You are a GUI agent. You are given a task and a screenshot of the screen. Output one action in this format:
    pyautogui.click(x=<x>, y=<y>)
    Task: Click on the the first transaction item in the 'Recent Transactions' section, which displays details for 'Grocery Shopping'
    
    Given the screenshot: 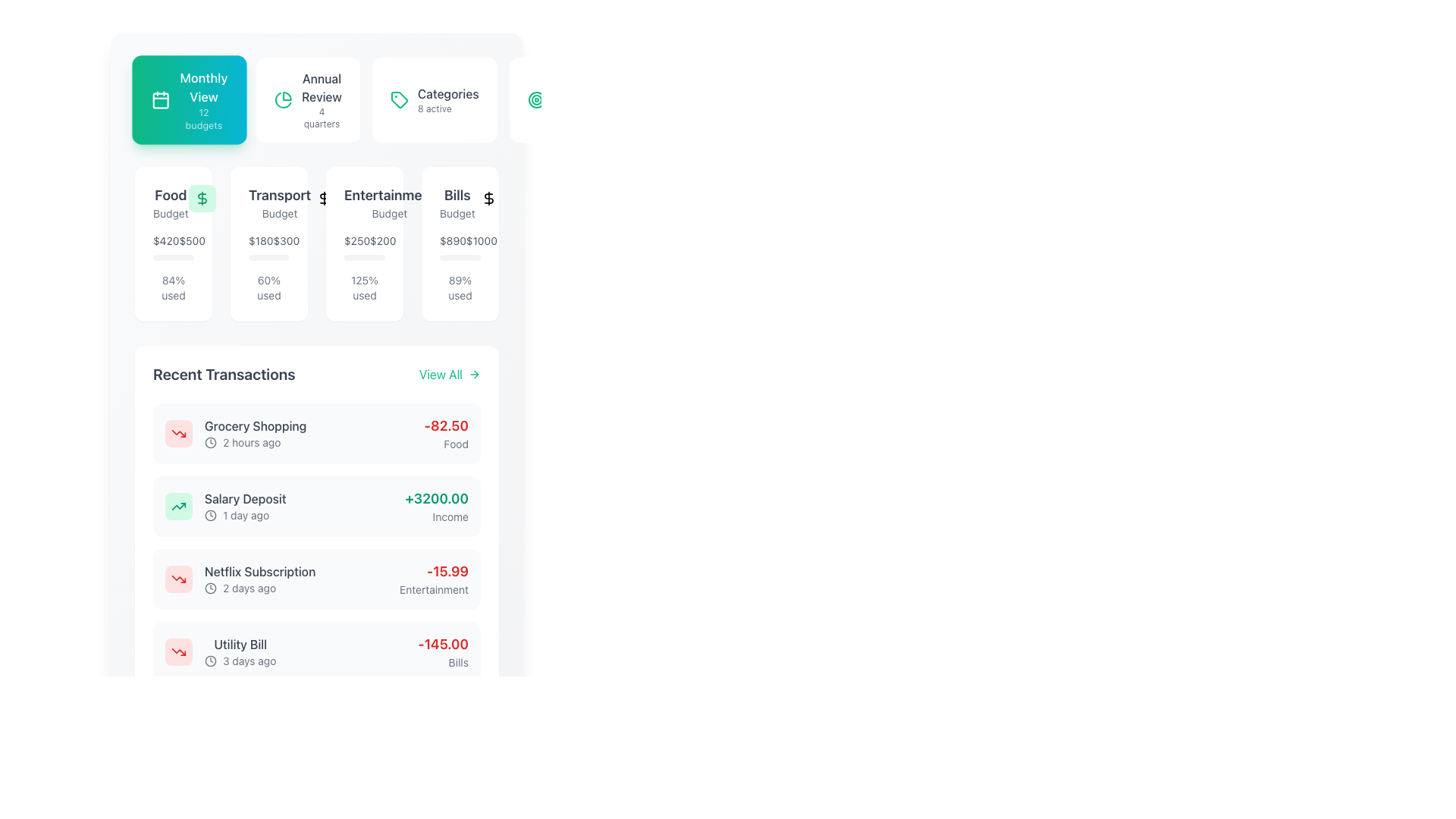 What is the action you would take?
    pyautogui.click(x=315, y=433)
    